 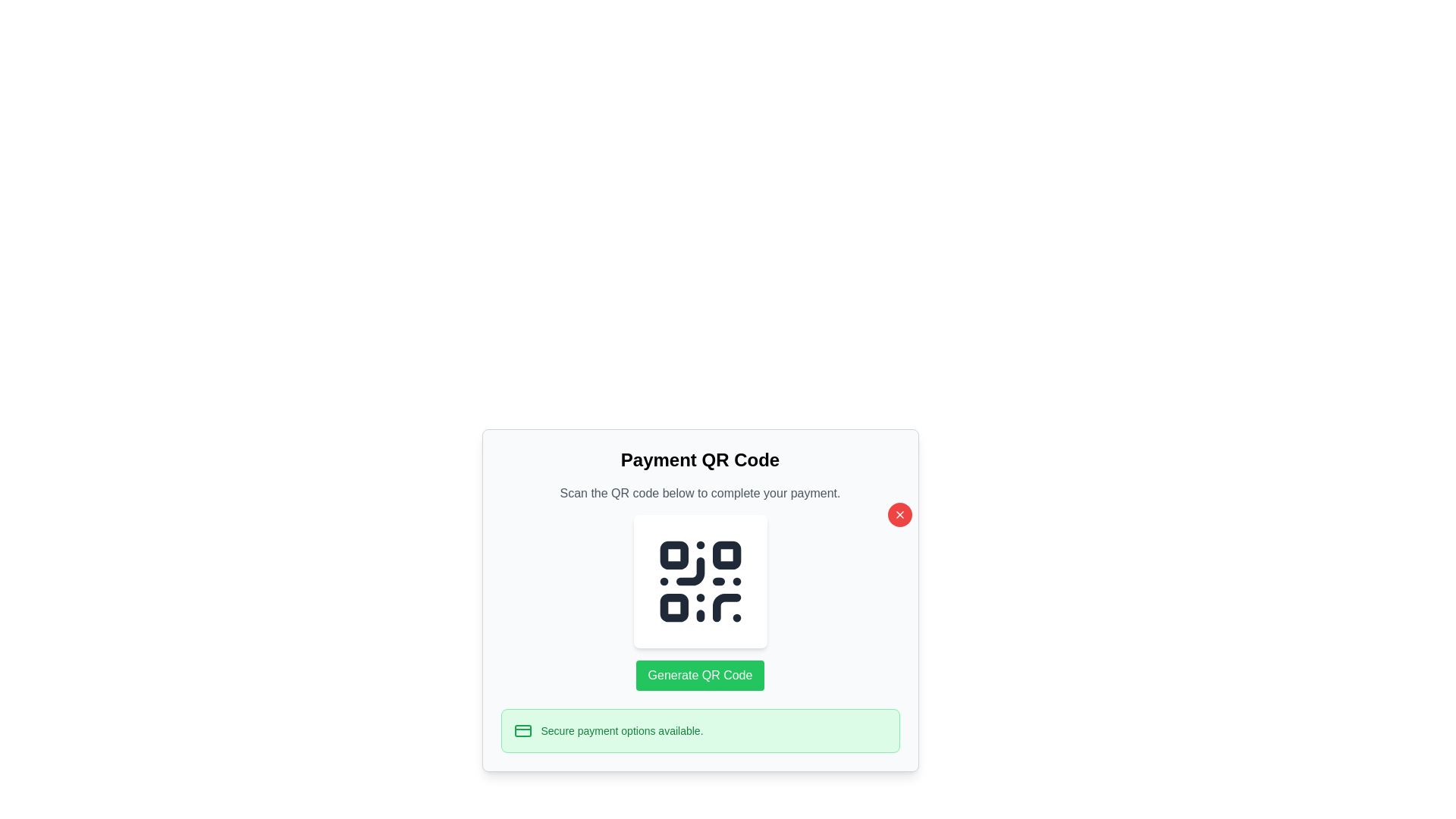 What do you see at coordinates (673, 607) in the screenshot?
I see `the third square in the QR code icon, located at the bottom-left corner of the group of squares within the modal titled 'Payment QR Code'` at bounding box center [673, 607].